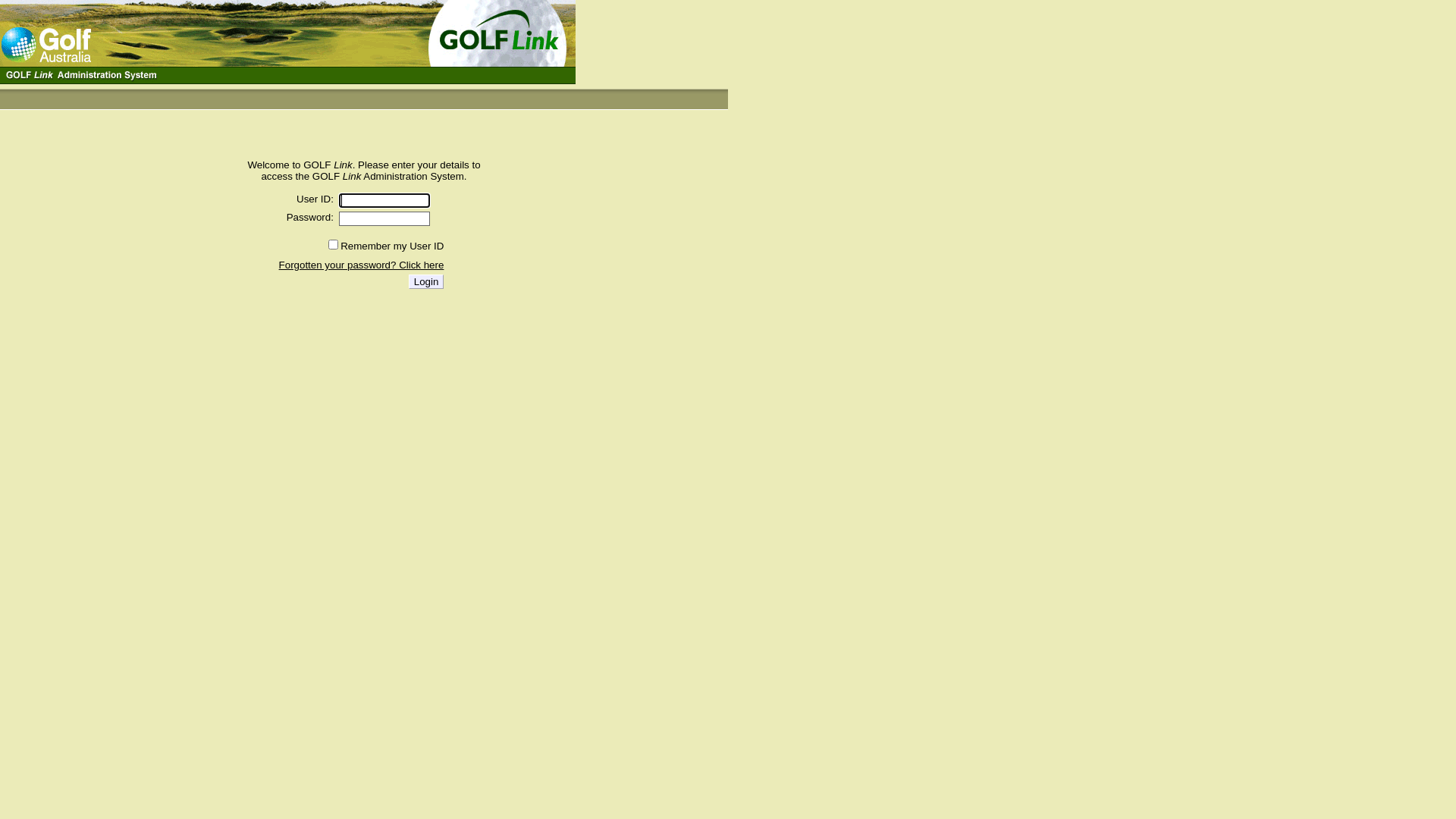  I want to click on 'Login', so click(425, 281).